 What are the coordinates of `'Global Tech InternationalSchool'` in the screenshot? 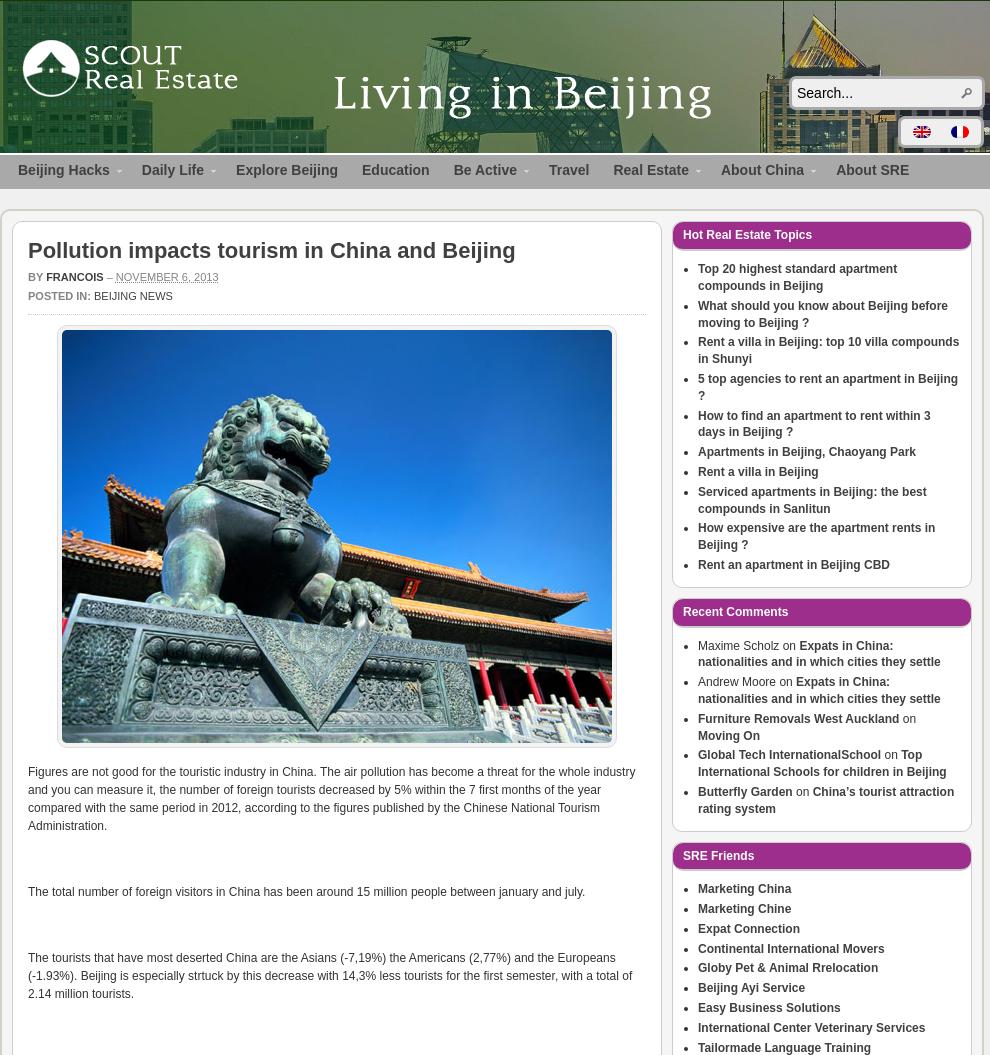 It's located at (789, 754).